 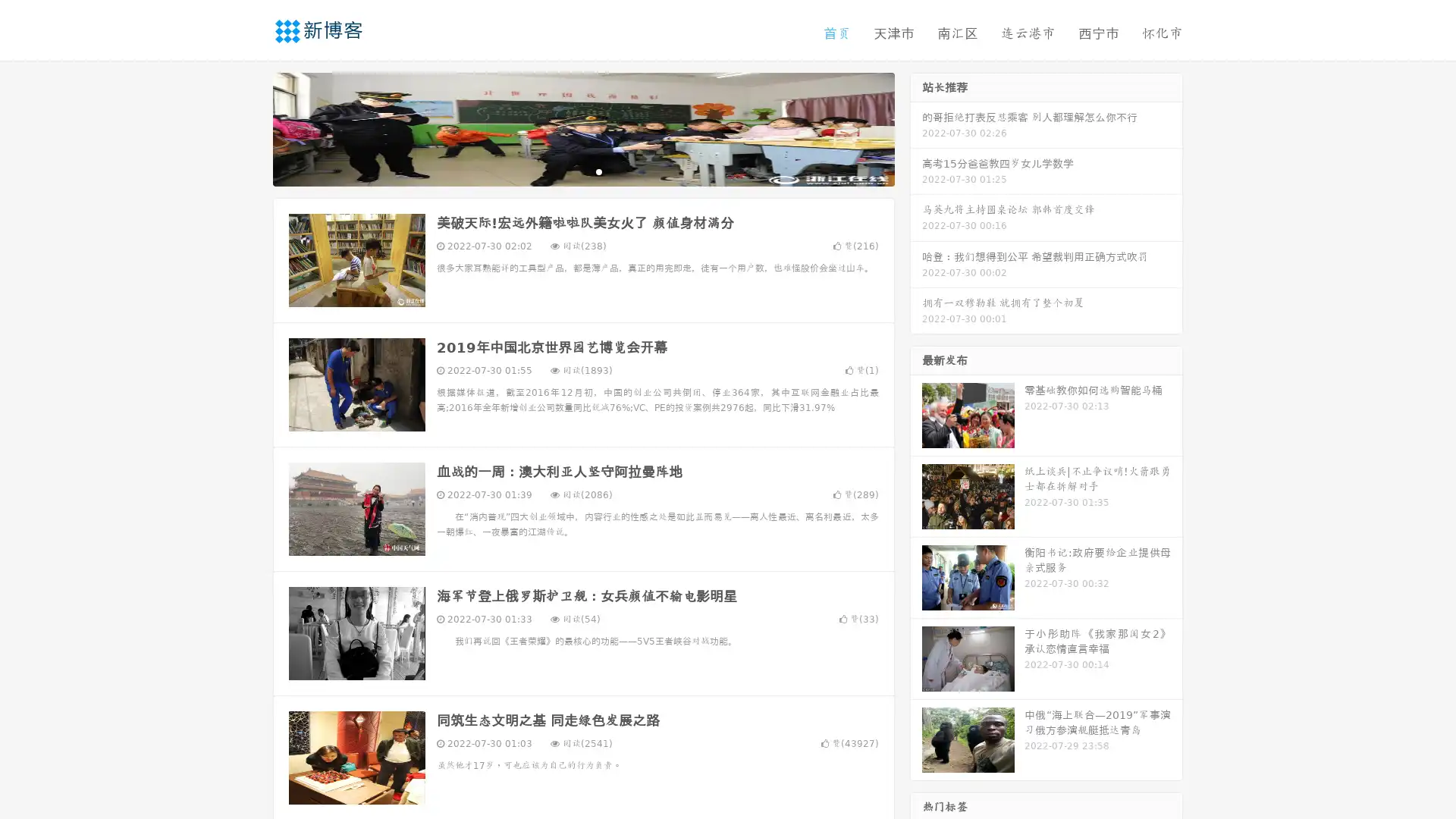 I want to click on Go to slide 2, so click(x=582, y=171).